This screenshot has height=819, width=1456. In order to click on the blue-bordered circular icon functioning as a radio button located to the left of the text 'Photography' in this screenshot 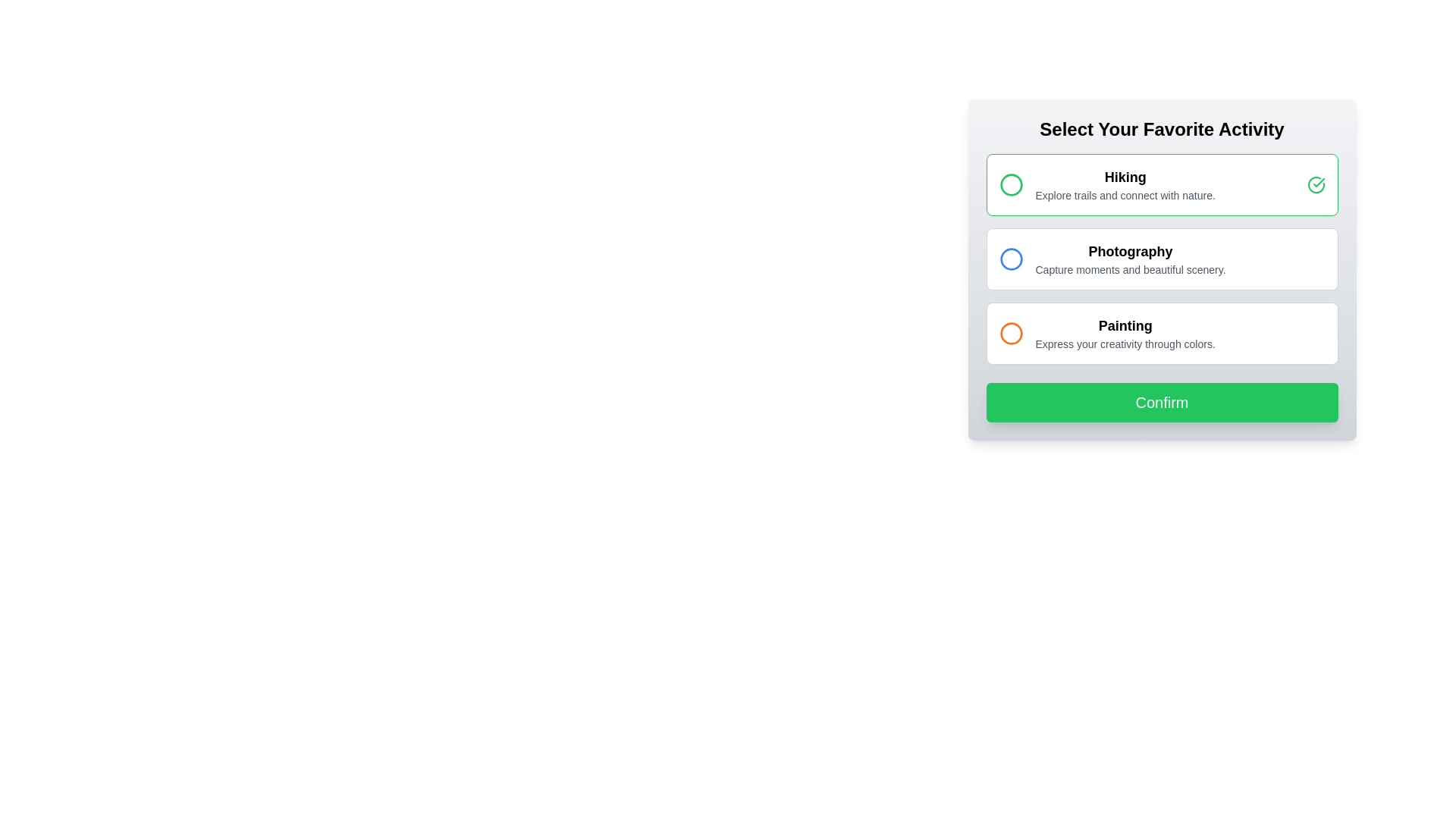, I will do `click(1011, 259)`.